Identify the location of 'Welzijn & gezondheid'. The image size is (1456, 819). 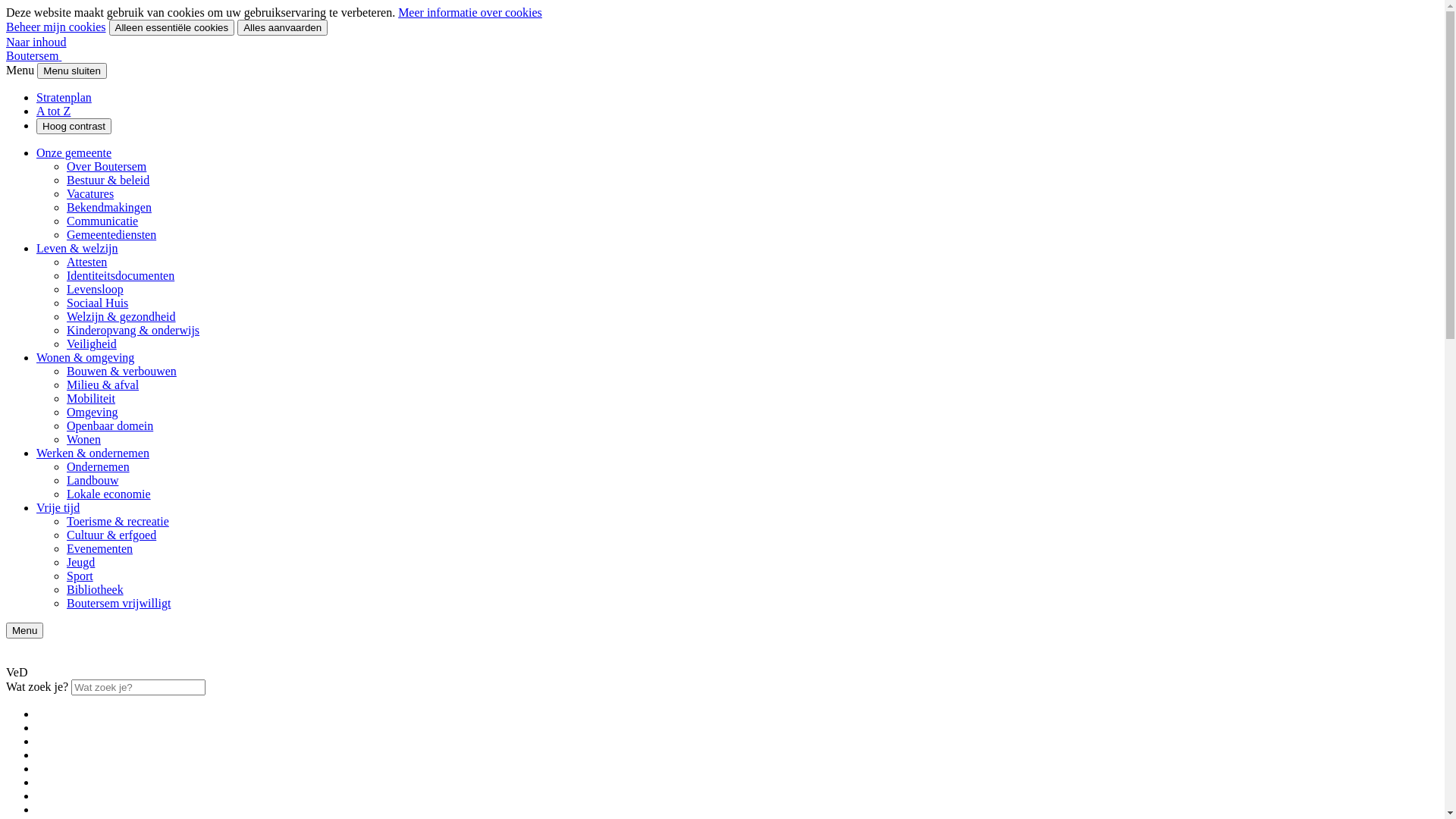
(120, 315).